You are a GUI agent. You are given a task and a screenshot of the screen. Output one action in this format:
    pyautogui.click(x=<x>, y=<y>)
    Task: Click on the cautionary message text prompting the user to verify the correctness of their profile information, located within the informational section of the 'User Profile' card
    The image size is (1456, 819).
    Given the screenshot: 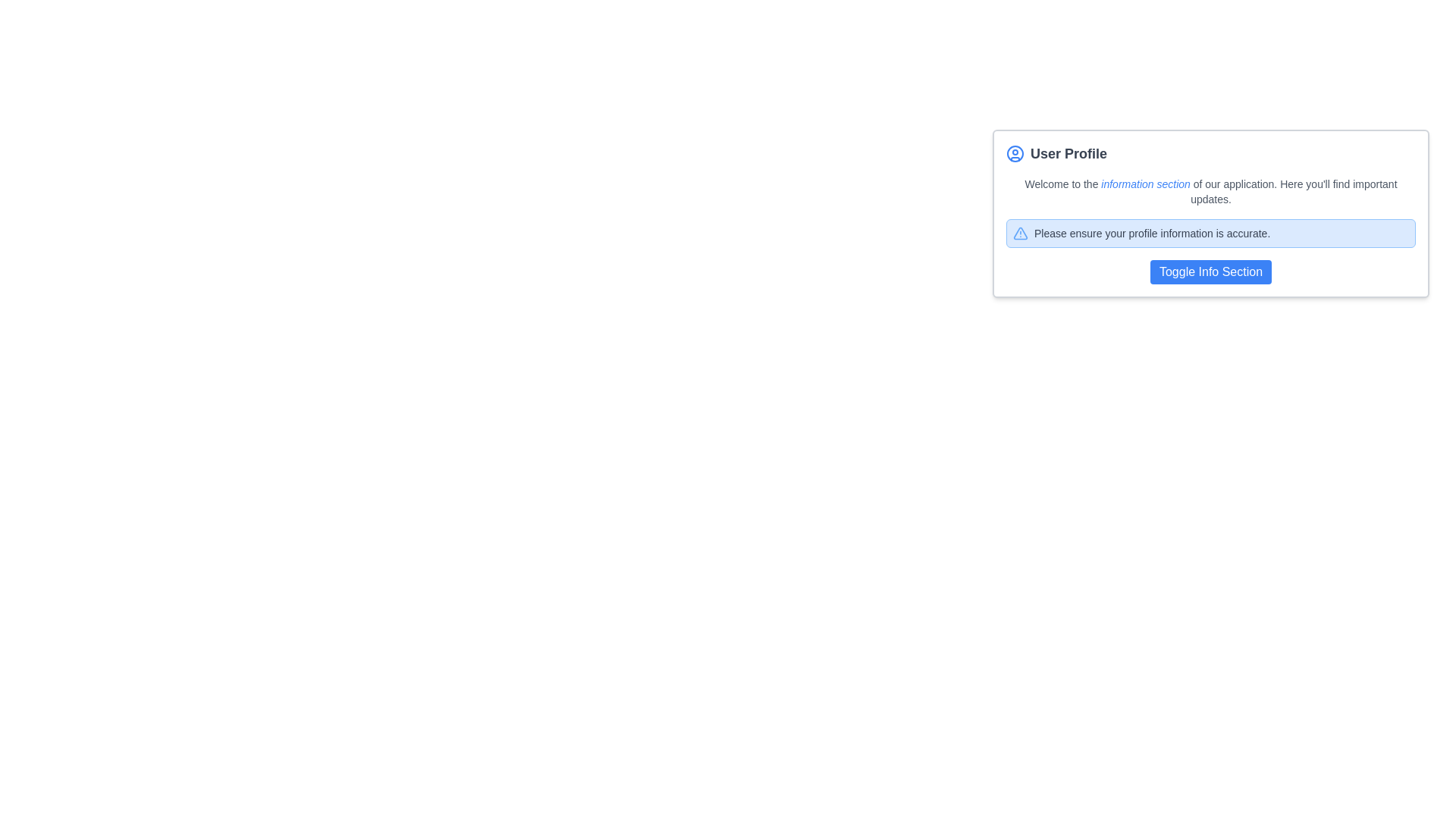 What is the action you would take?
    pyautogui.click(x=1152, y=234)
    